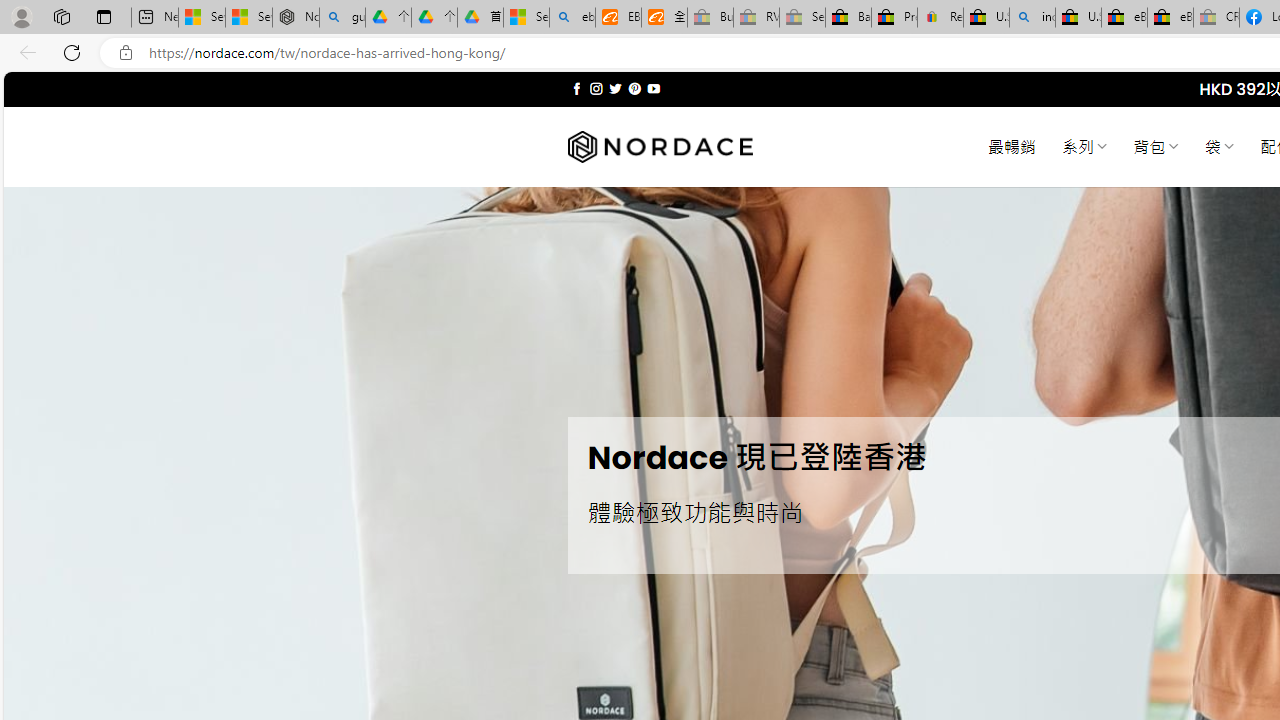  Describe the element at coordinates (633, 88) in the screenshot. I see `'Follow on Pinterest'` at that location.